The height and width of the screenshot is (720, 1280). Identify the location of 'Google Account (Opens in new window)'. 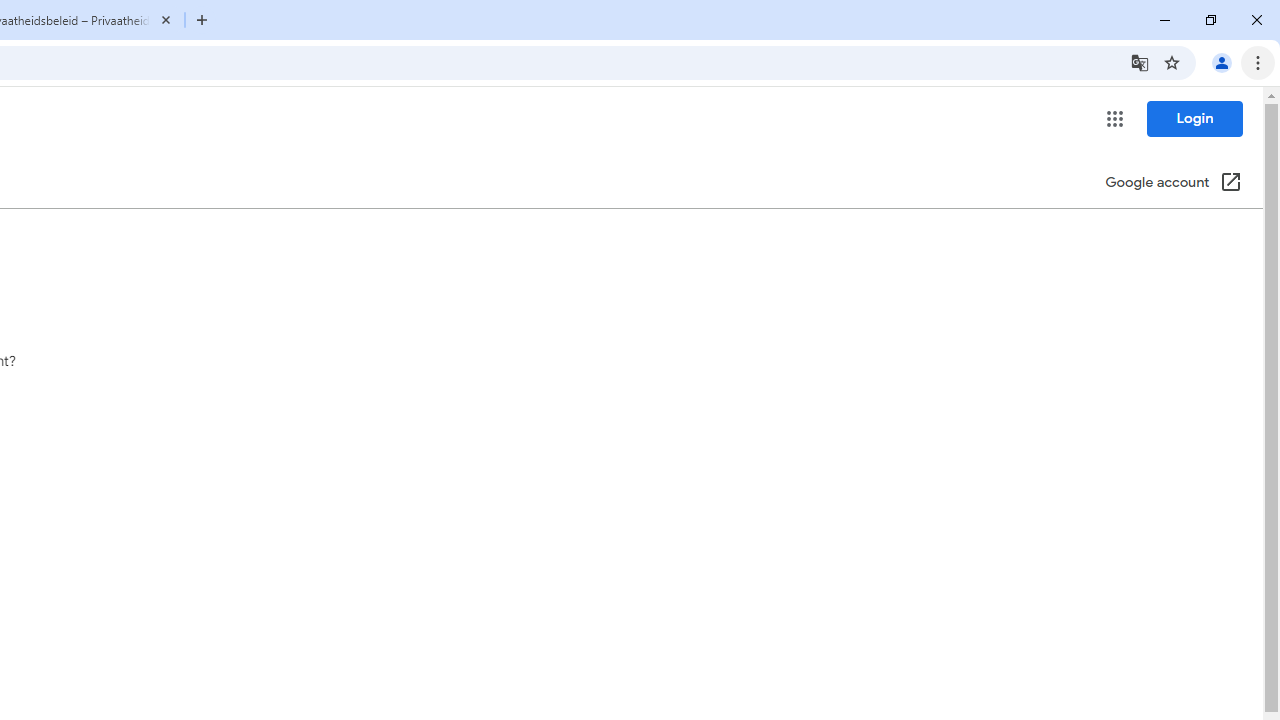
(1173, 183).